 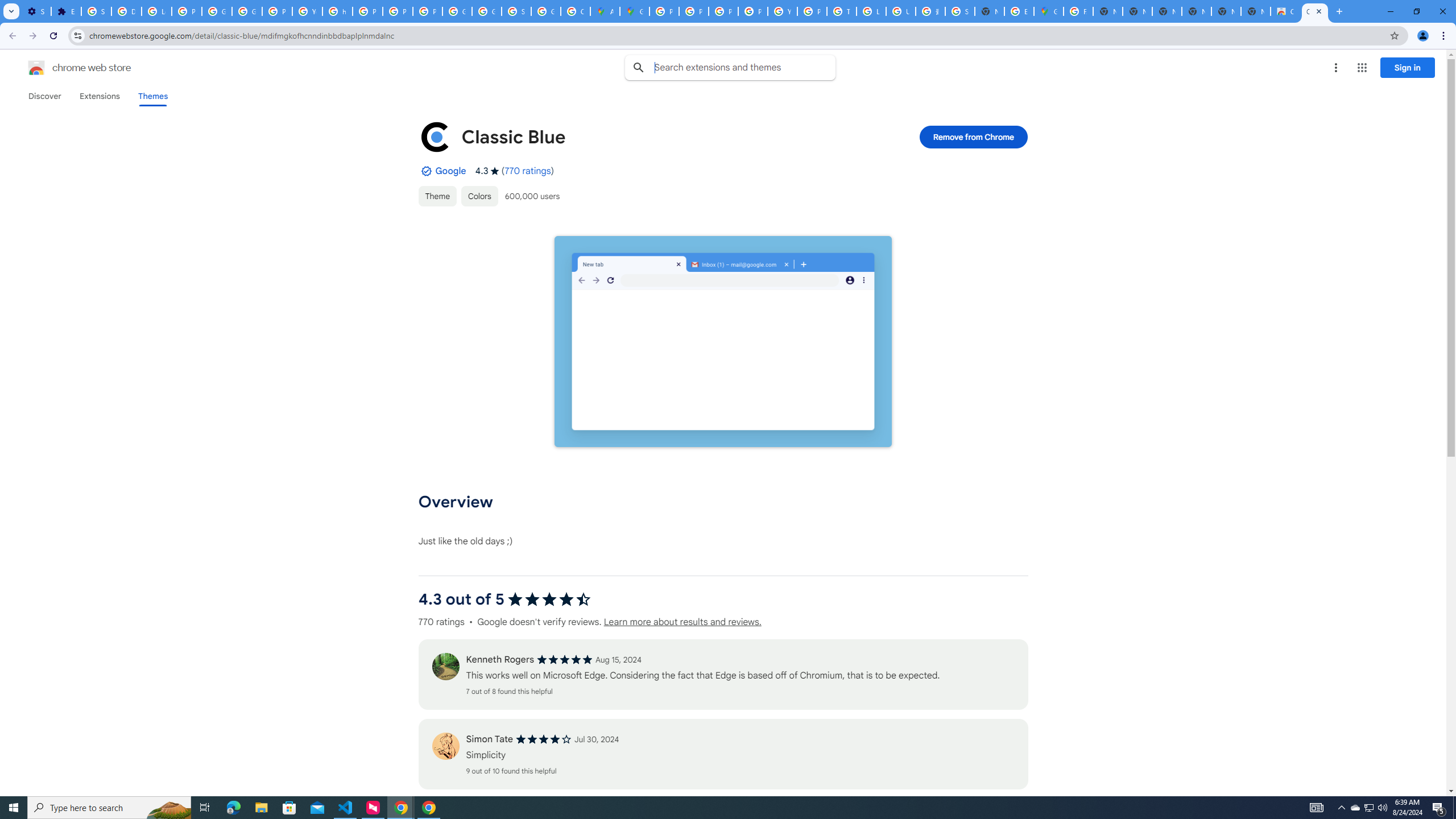 What do you see at coordinates (126, 11) in the screenshot?
I see `'Delete photos & videos - Computer - Google Photos Help'` at bounding box center [126, 11].